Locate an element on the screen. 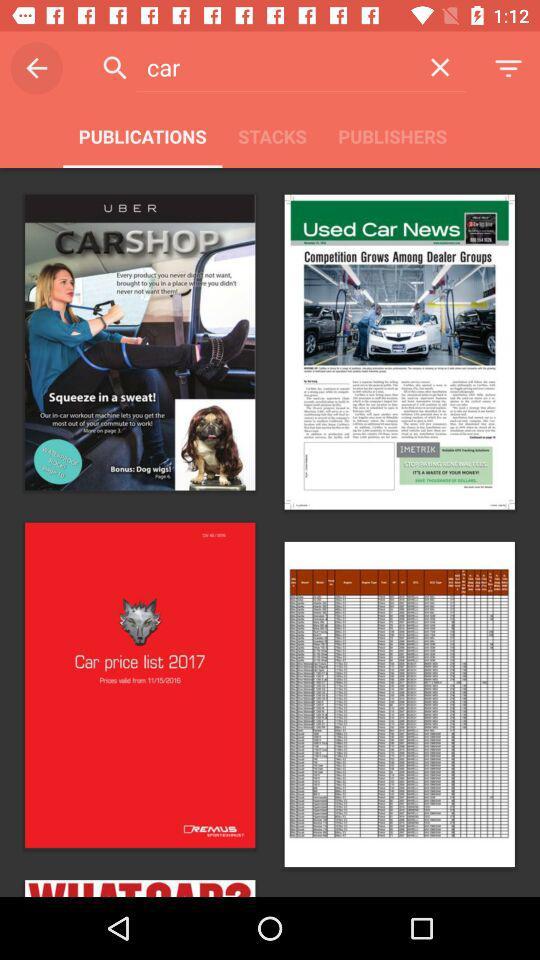 Image resolution: width=540 pixels, height=960 pixels. car icon is located at coordinates (274, 67).